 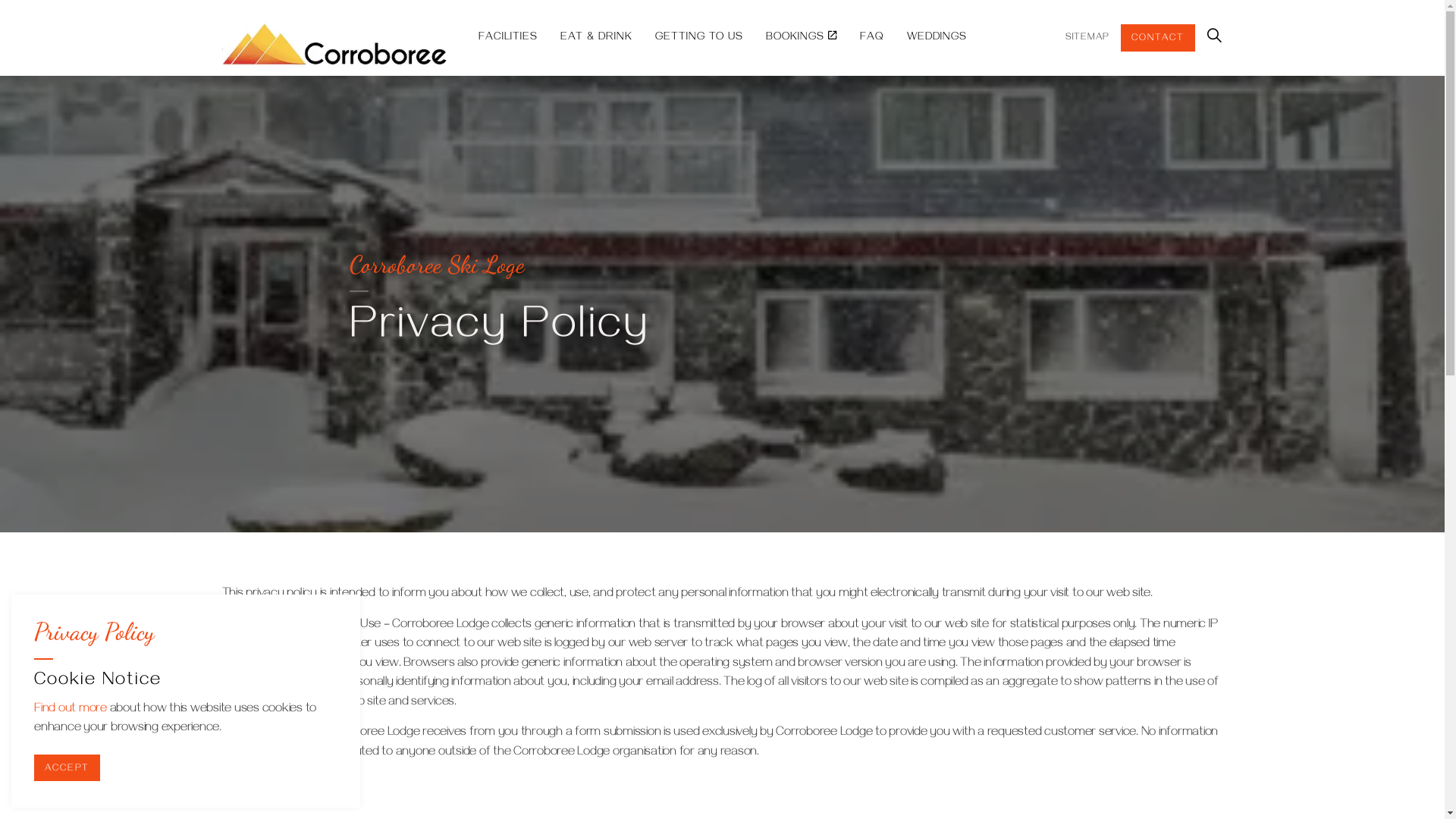 What do you see at coordinates (466, 37) in the screenshot?
I see `'FACILITIES'` at bounding box center [466, 37].